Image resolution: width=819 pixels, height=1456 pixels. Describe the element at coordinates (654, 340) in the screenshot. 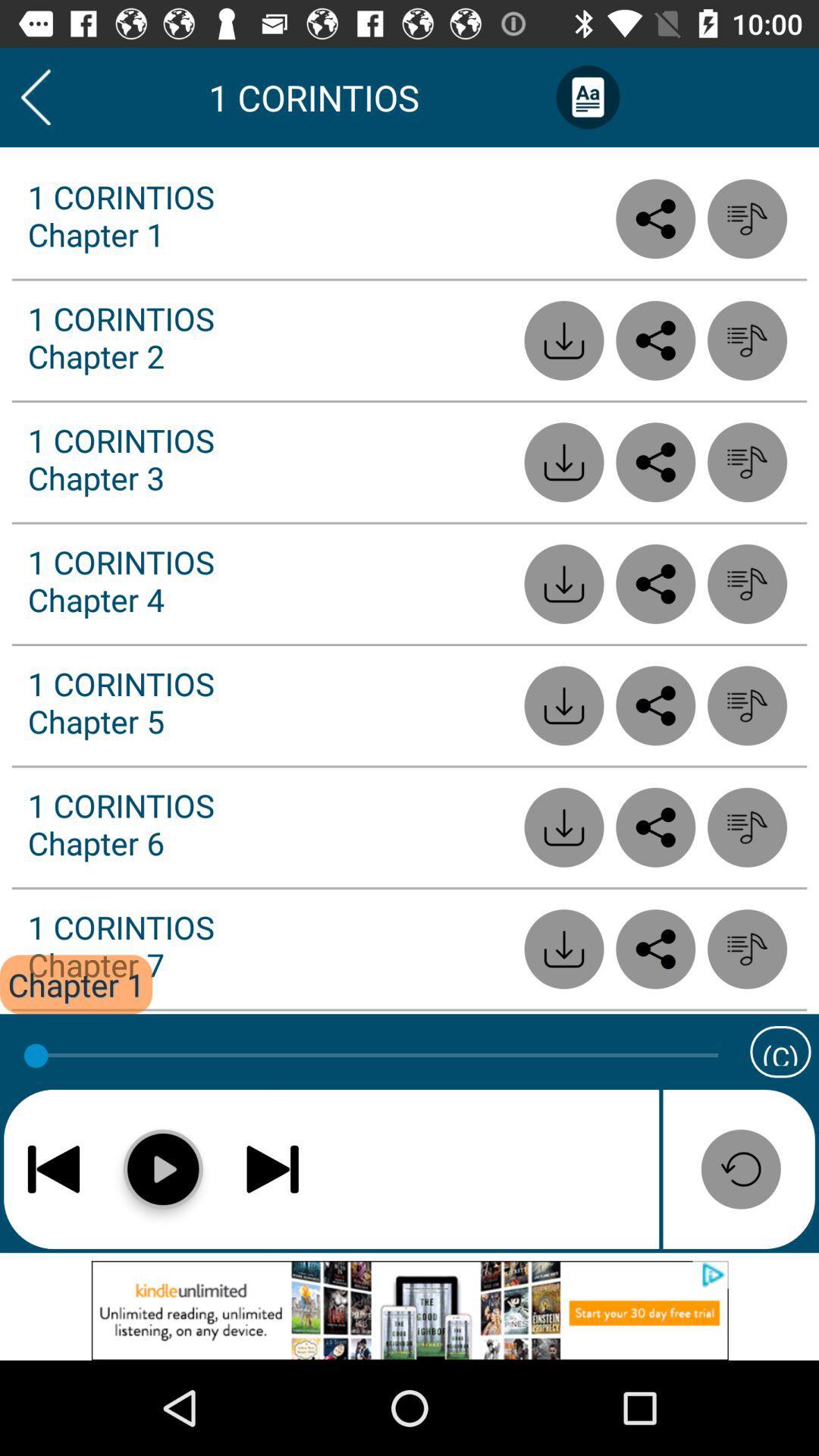

I see `read` at that location.